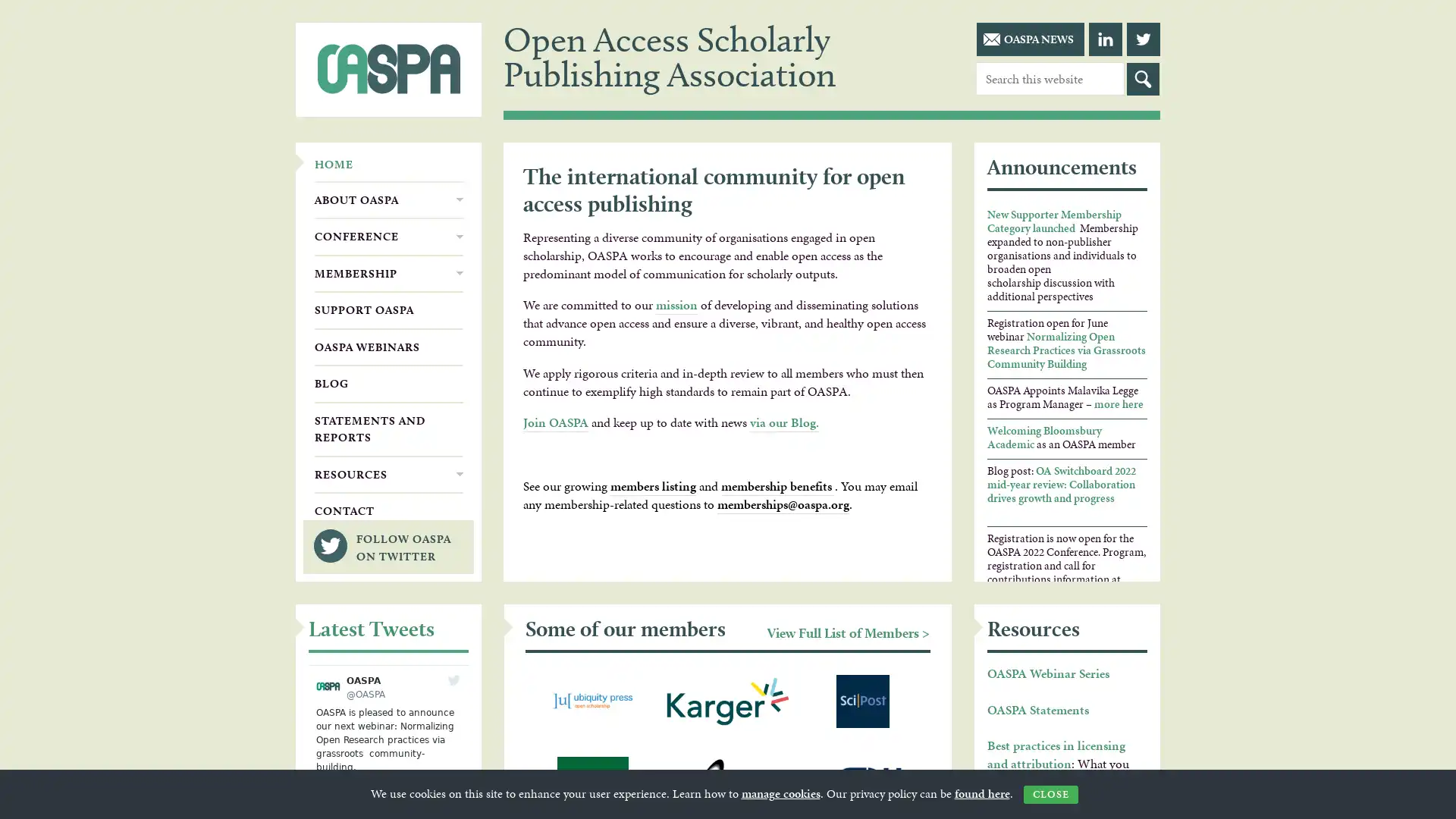 This screenshot has height=819, width=1456. What do you see at coordinates (1050, 794) in the screenshot?
I see `CLOSE` at bounding box center [1050, 794].